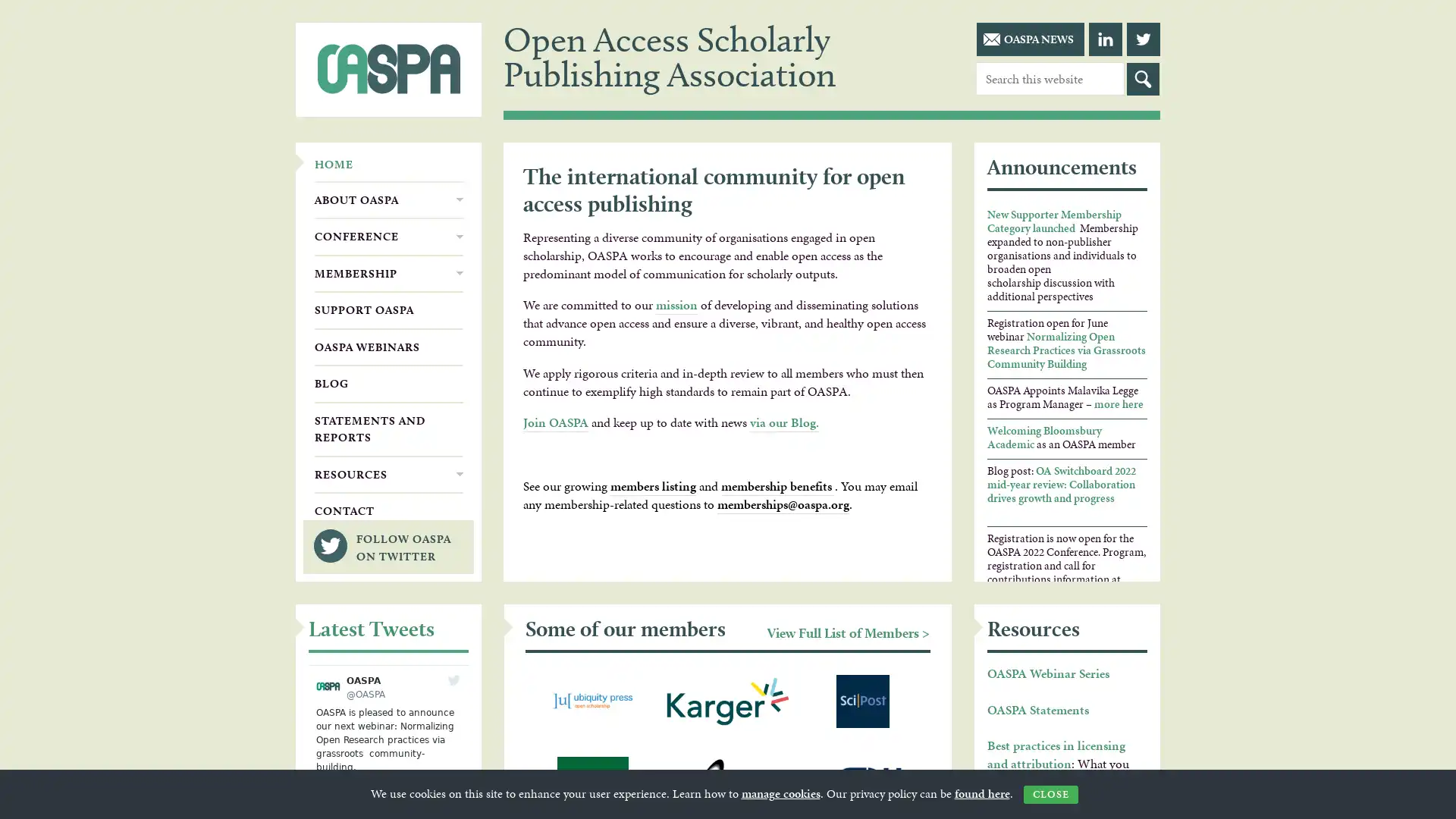 This screenshot has height=819, width=1456. What do you see at coordinates (1050, 794) in the screenshot?
I see `CLOSE` at bounding box center [1050, 794].